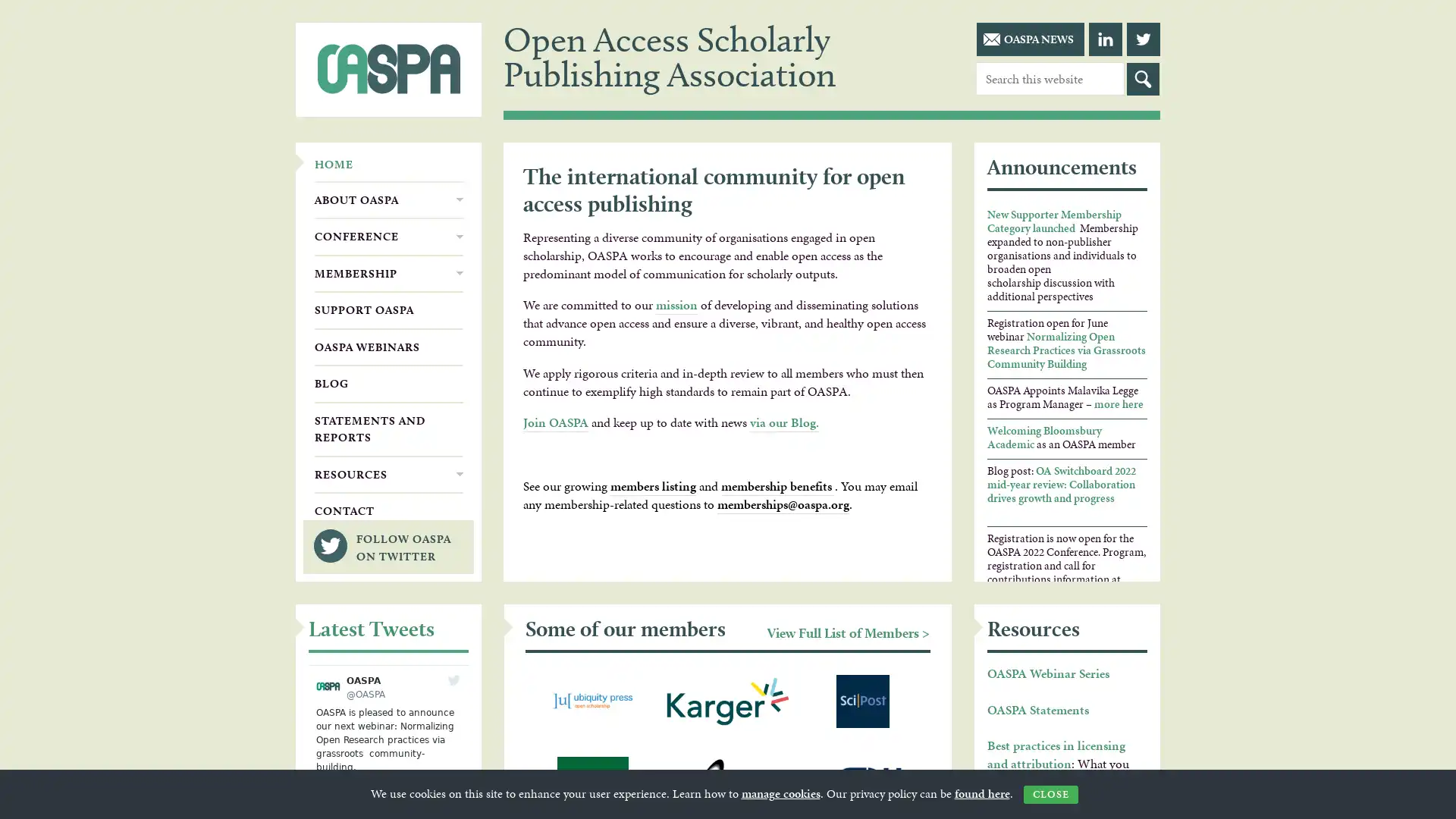 This screenshot has height=819, width=1456. What do you see at coordinates (1050, 794) in the screenshot?
I see `CLOSE` at bounding box center [1050, 794].